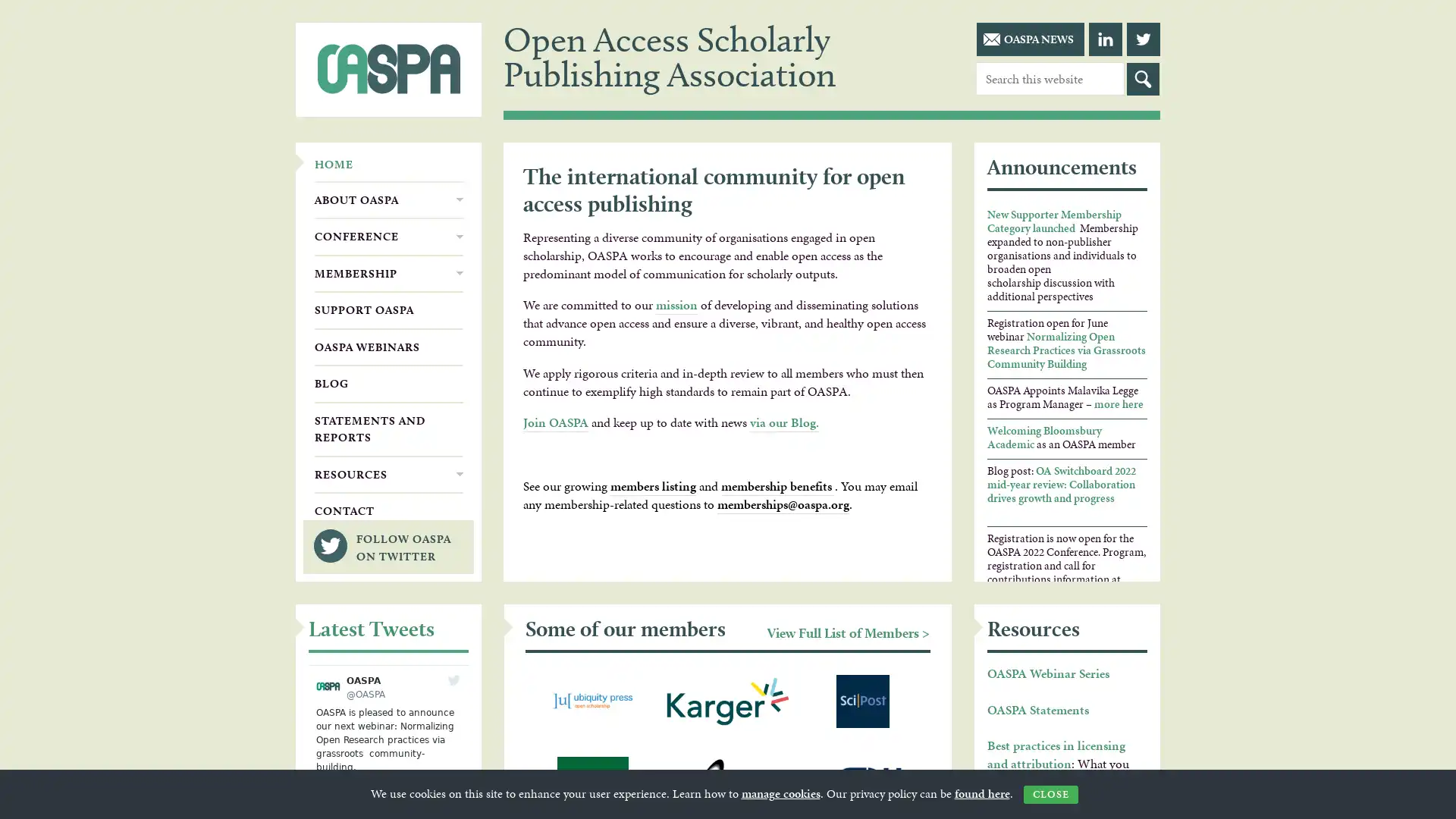 This screenshot has height=819, width=1456. What do you see at coordinates (1050, 794) in the screenshot?
I see `CLOSE` at bounding box center [1050, 794].